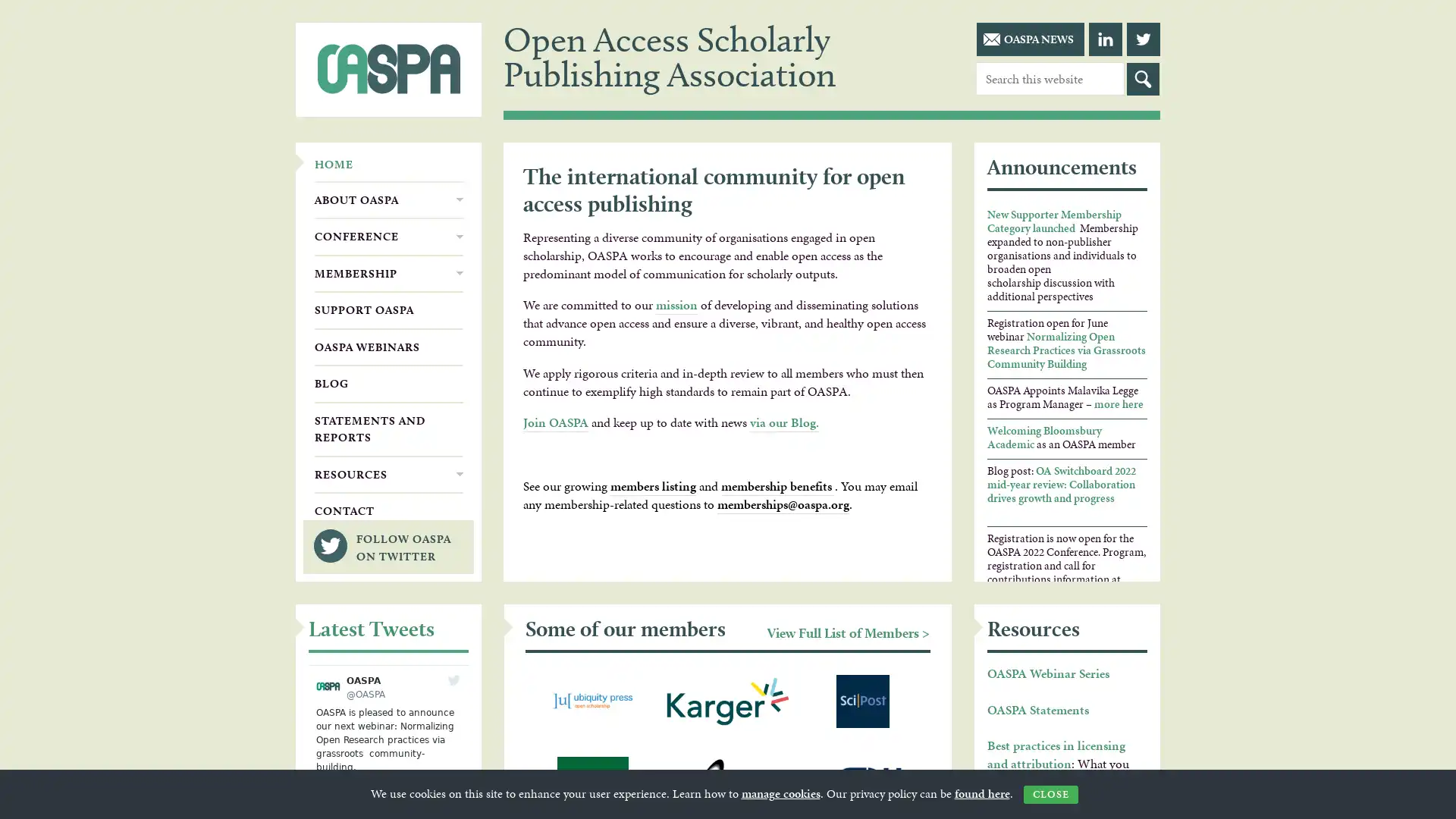 This screenshot has height=819, width=1456. What do you see at coordinates (1050, 794) in the screenshot?
I see `CLOSE` at bounding box center [1050, 794].